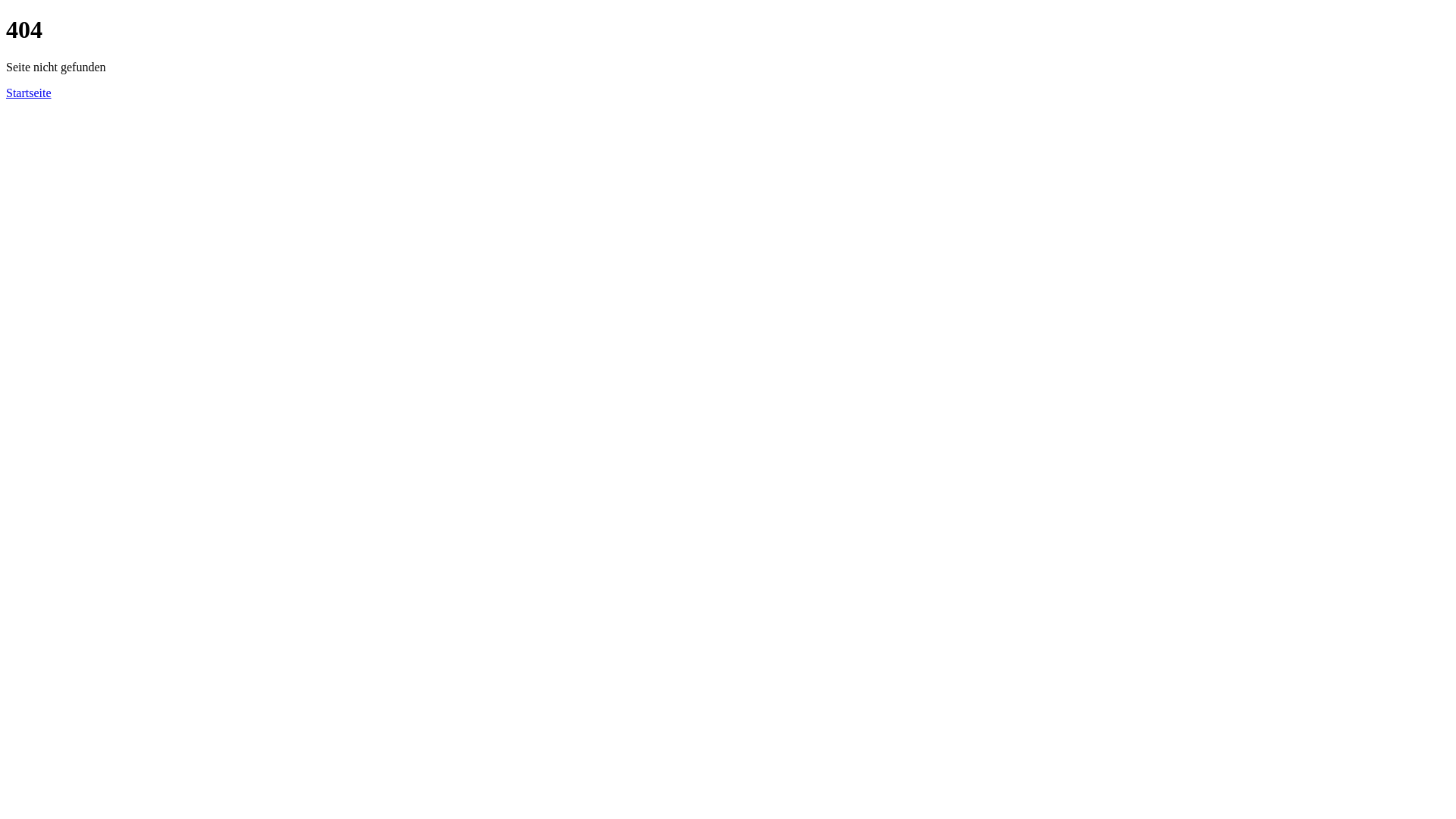  I want to click on 'Startseite', so click(6, 93).